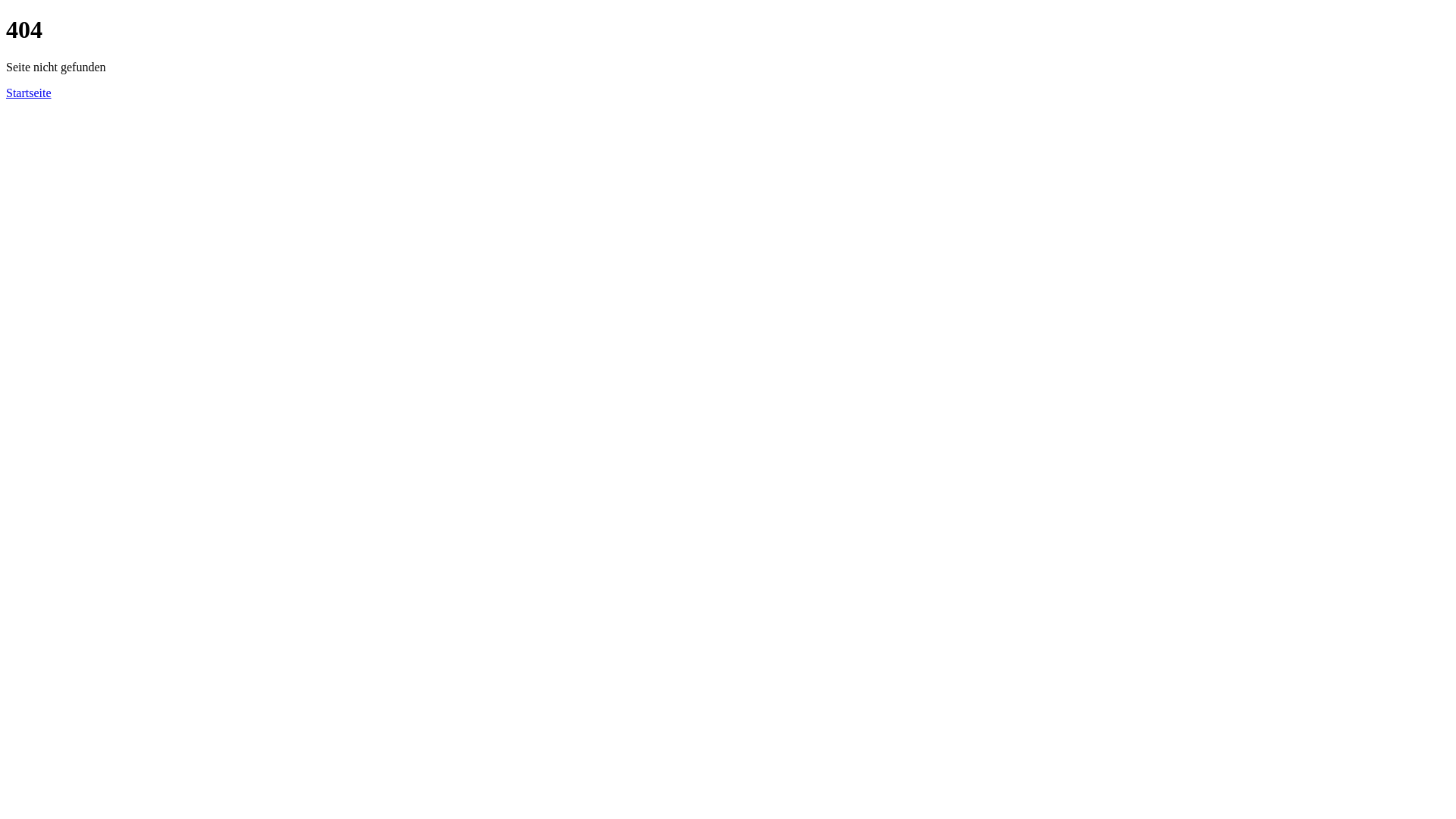  I want to click on 'Startseite', so click(6, 93).